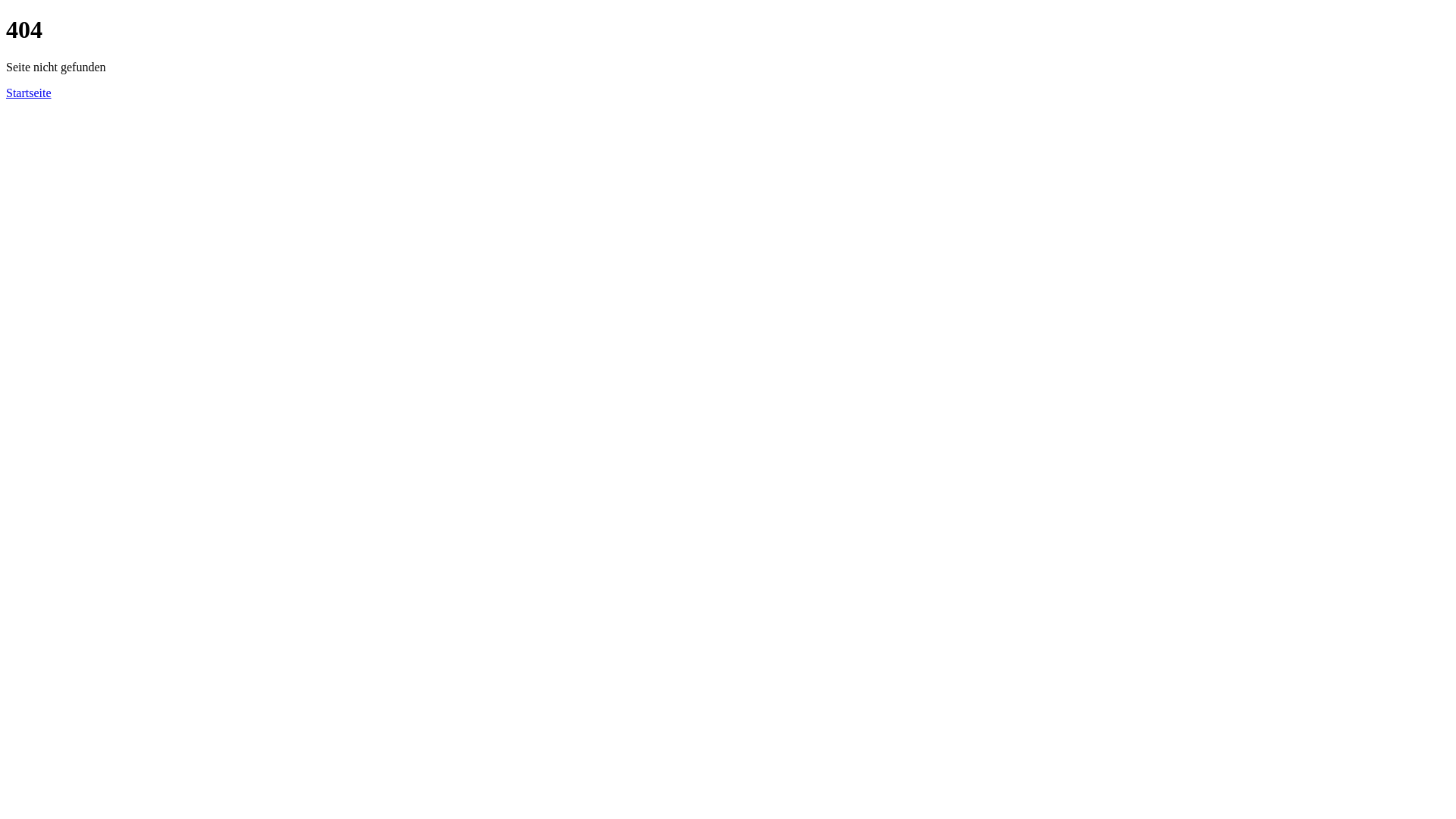  I want to click on 'Startseite', so click(6, 93).